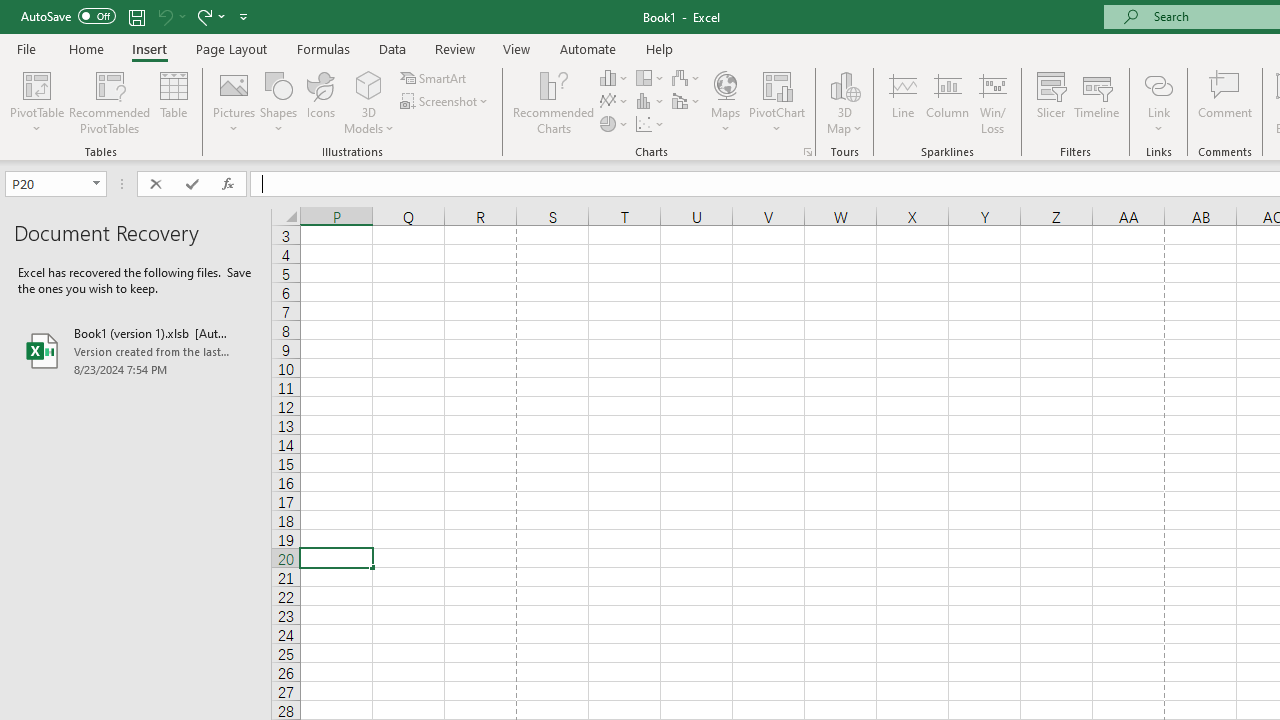 This screenshot has width=1280, height=720. I want to click on 'Comment', so click(1223, 103).